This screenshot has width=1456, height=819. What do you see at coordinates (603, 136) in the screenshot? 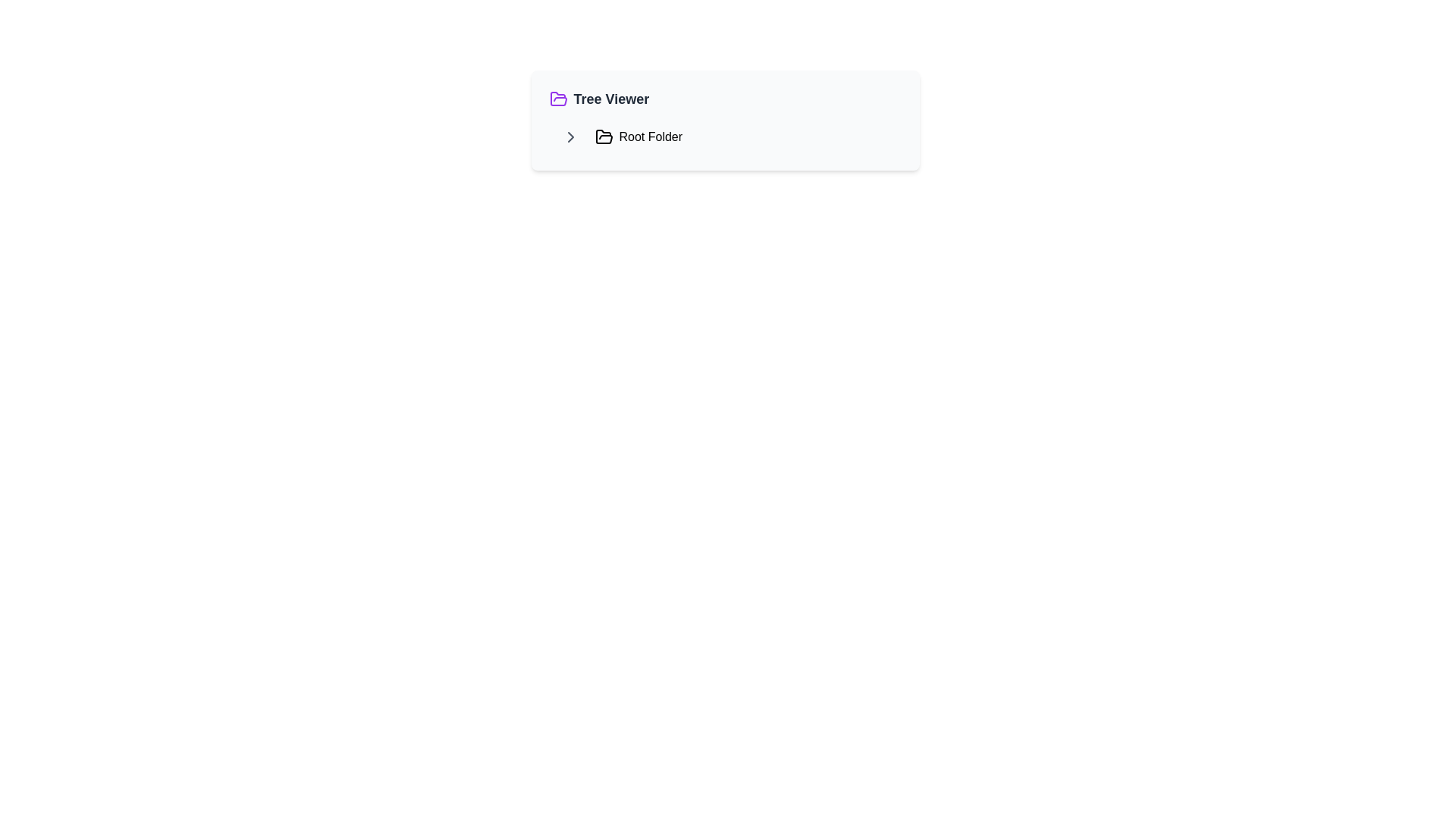
I see `the opened file folder icon represented as an SVG element located next to the 'Root Folder' label in the tree-view interface` at bounding box center [603, 136].